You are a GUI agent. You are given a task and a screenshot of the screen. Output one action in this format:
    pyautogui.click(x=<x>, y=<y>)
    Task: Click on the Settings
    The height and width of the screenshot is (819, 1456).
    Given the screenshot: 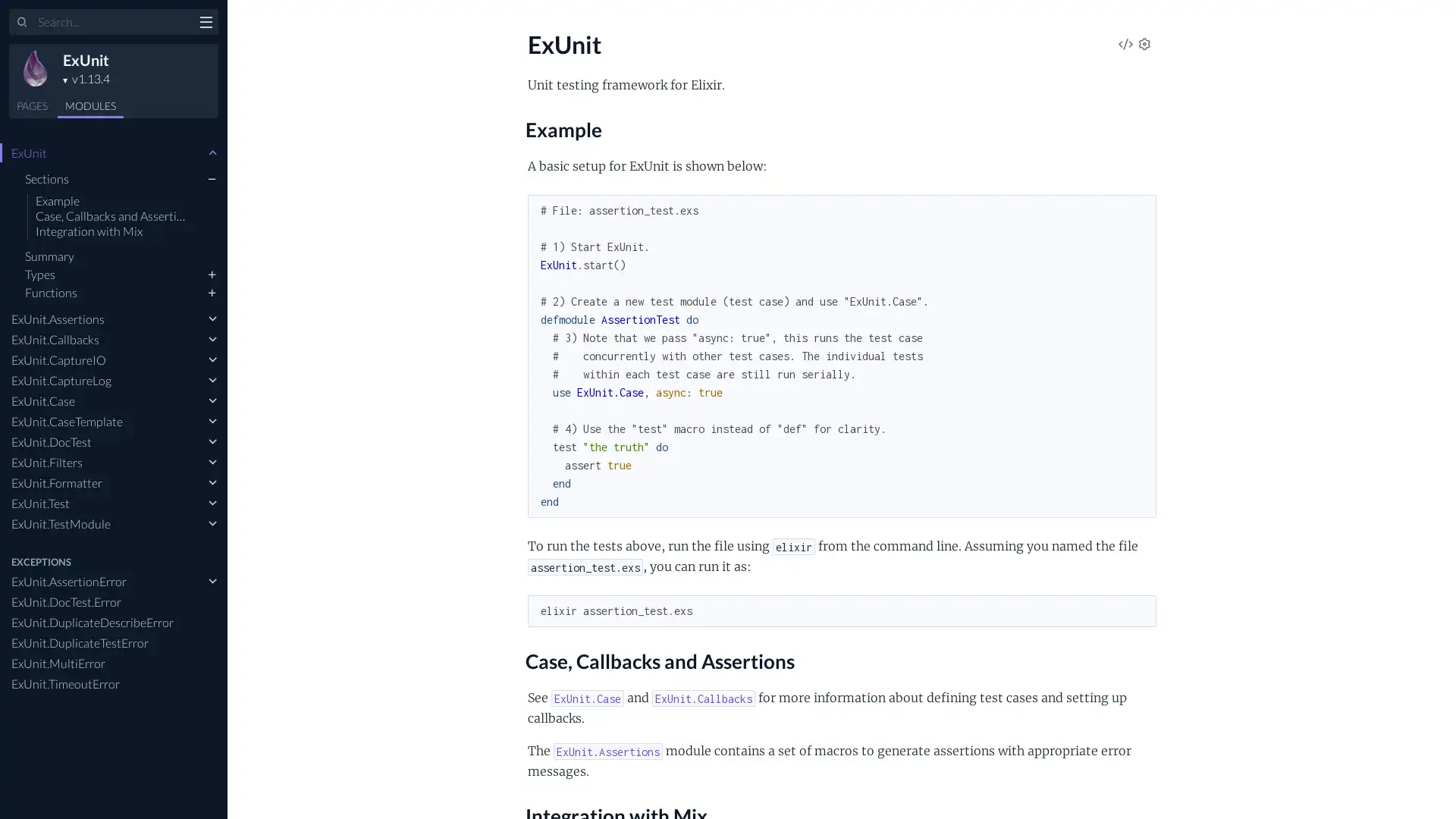 What is the action you would take?
    pyautogui.click(x=1144, y=45)
    